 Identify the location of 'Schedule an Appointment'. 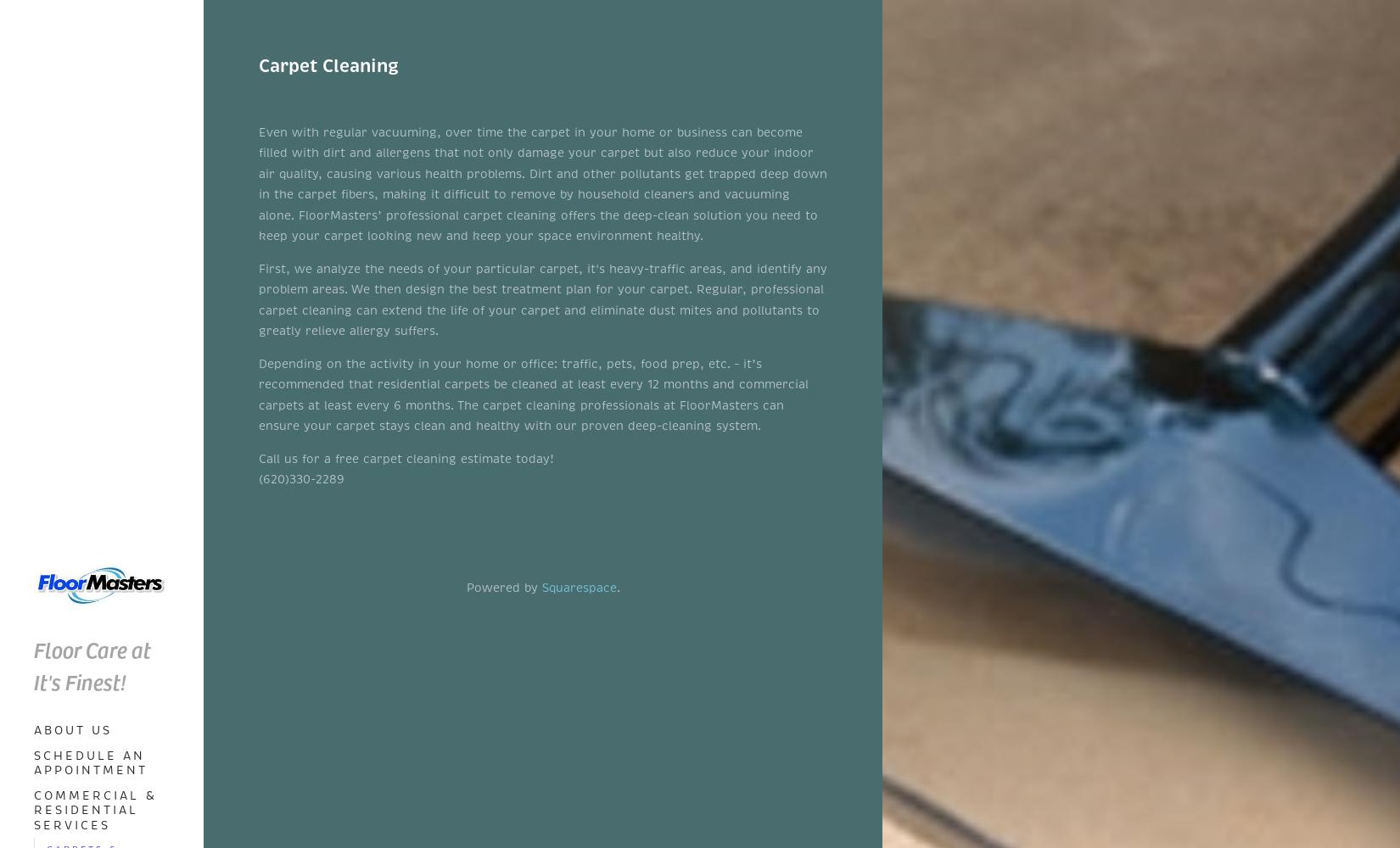
(90, 762).